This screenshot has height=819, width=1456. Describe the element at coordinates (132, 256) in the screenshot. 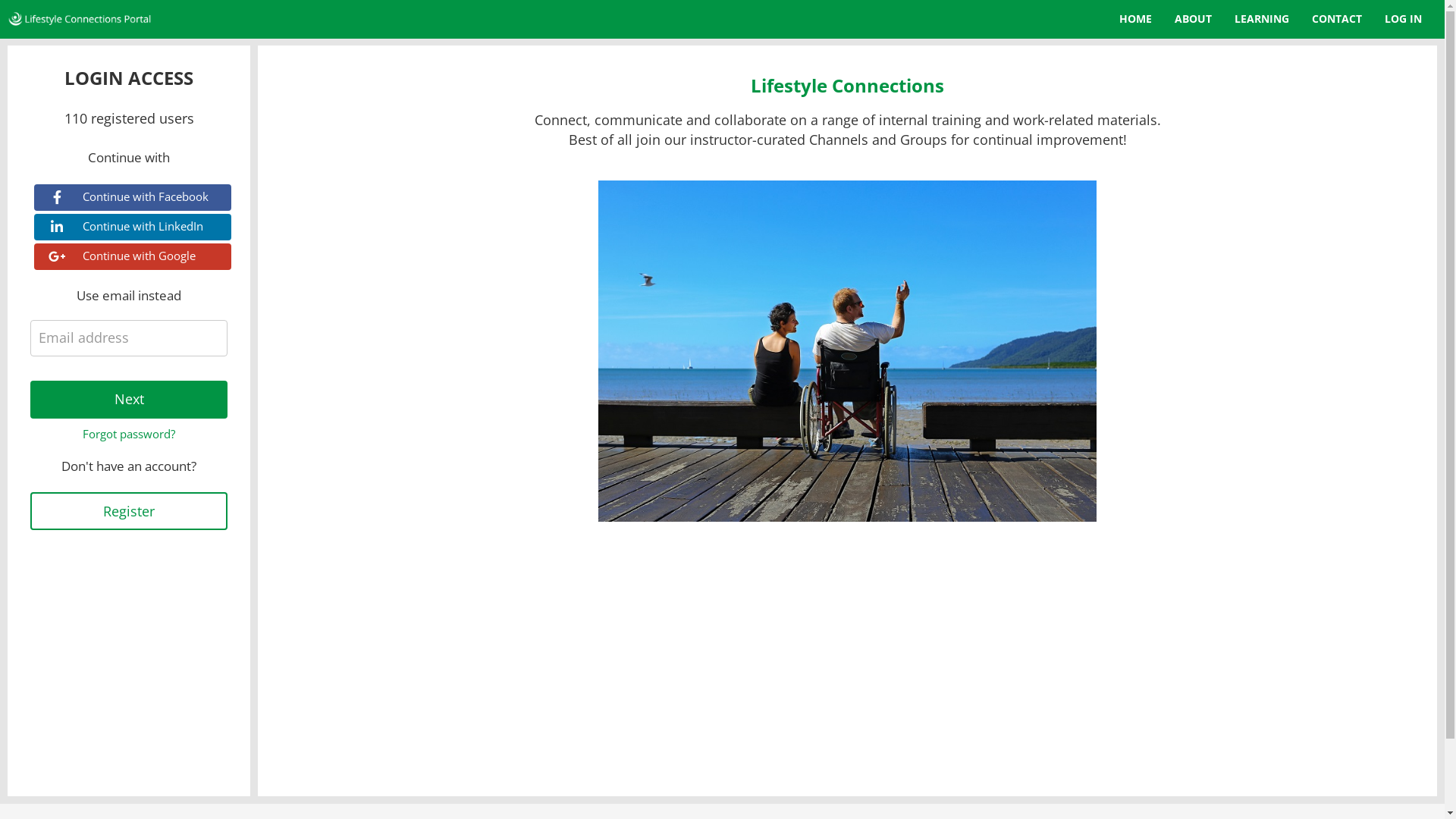

I see `'Continue with Google'` at that location.